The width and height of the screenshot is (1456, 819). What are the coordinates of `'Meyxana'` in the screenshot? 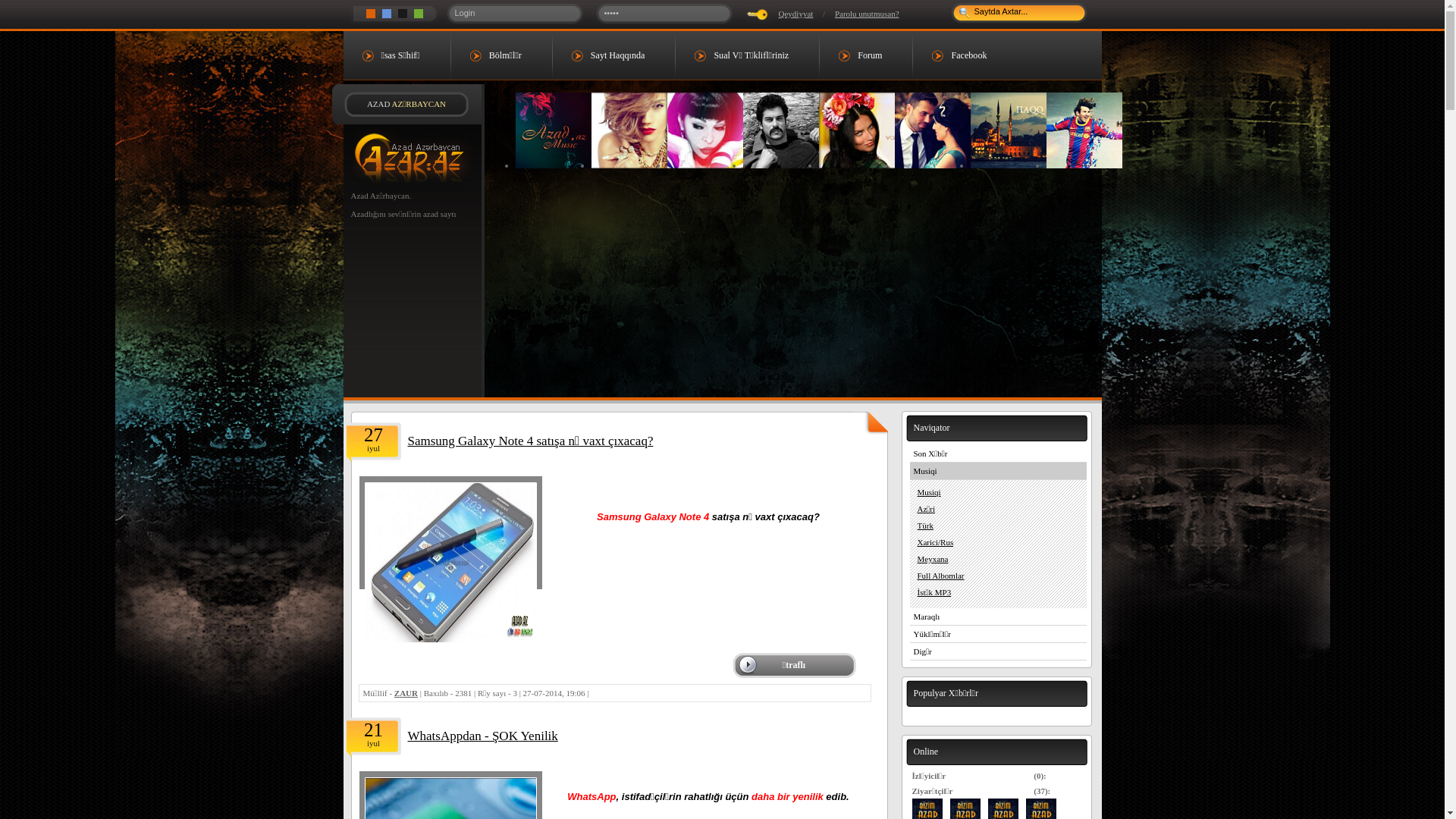 It's located at (997, 558).